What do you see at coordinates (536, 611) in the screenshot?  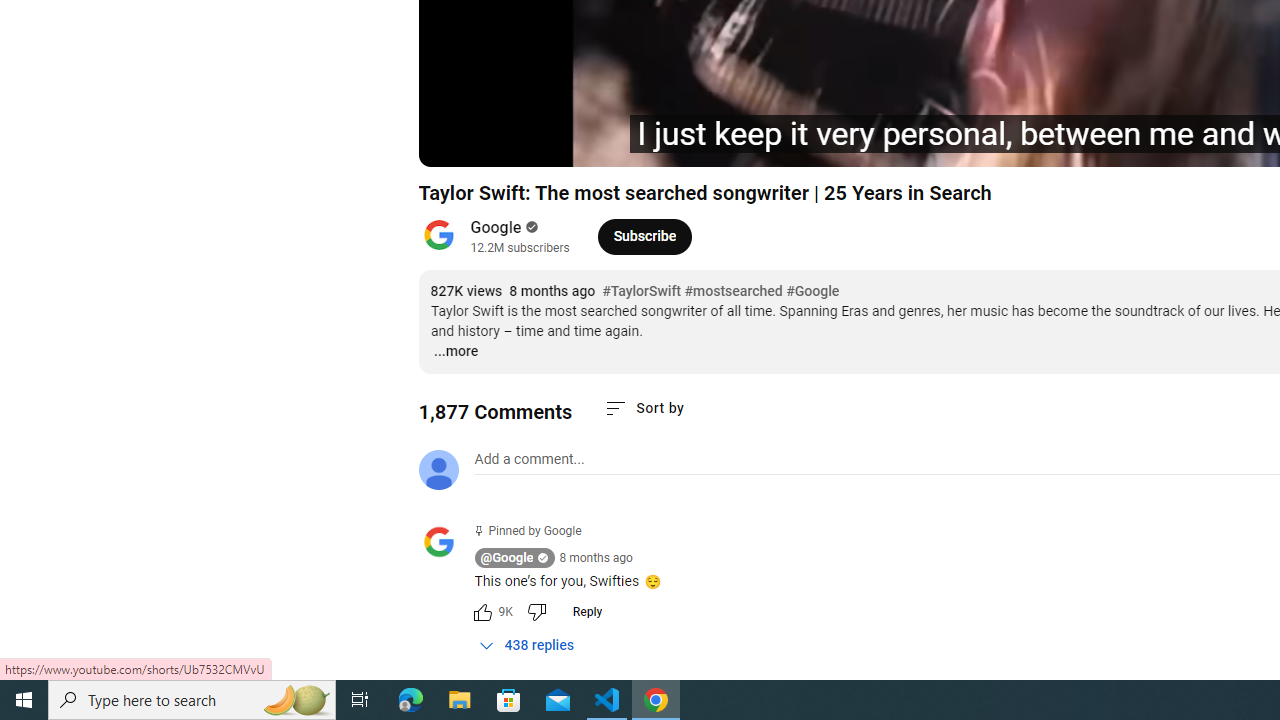 I see `'Dislike this comment'` at bounding box center [536, 611].